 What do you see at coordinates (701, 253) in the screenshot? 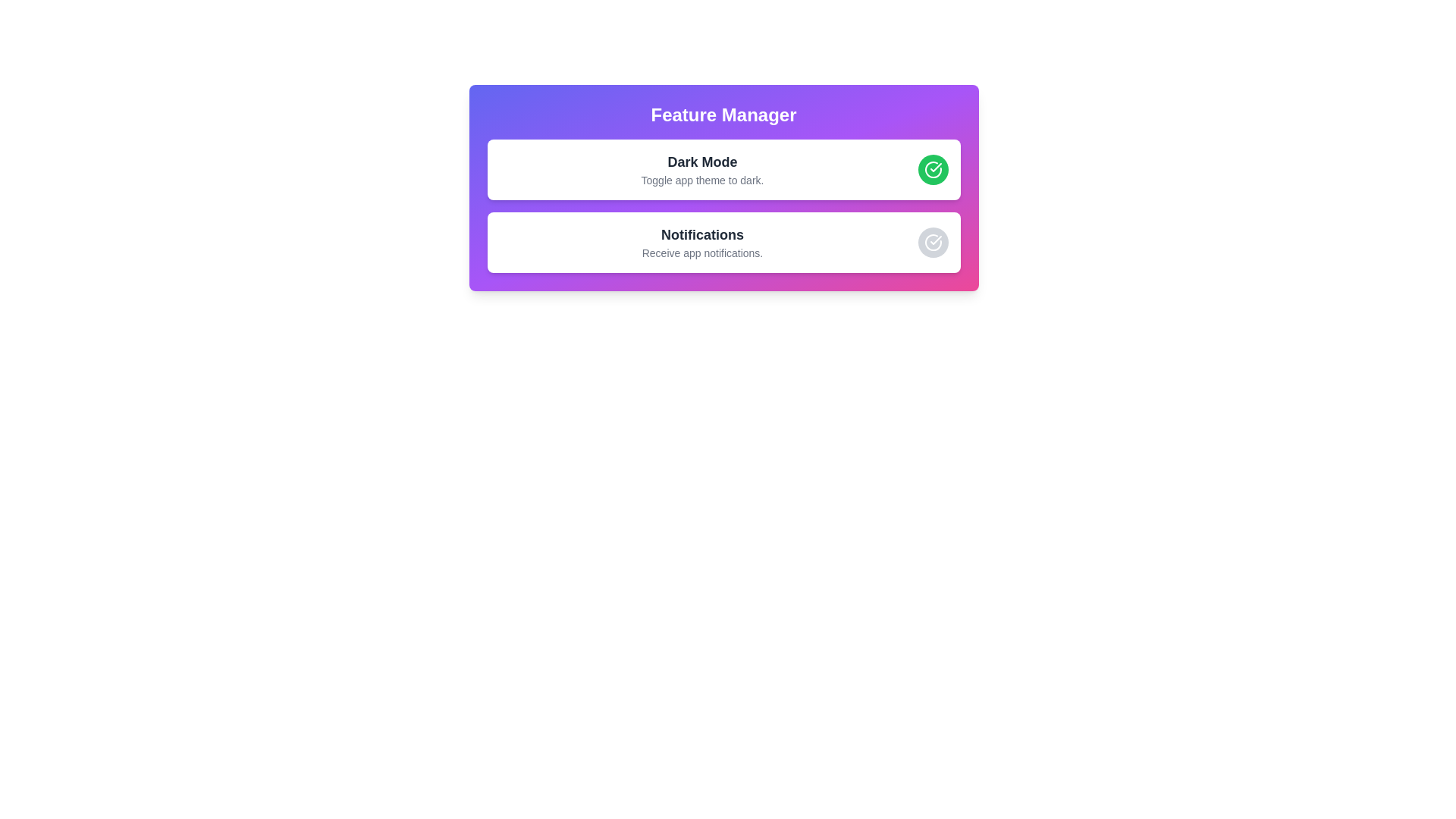
I see `the Text Label that provides a description for the 'Notifications' feature, located directly below the bolded title 'Notifications' in the second section of the interface` at bounding box center [701, 253].